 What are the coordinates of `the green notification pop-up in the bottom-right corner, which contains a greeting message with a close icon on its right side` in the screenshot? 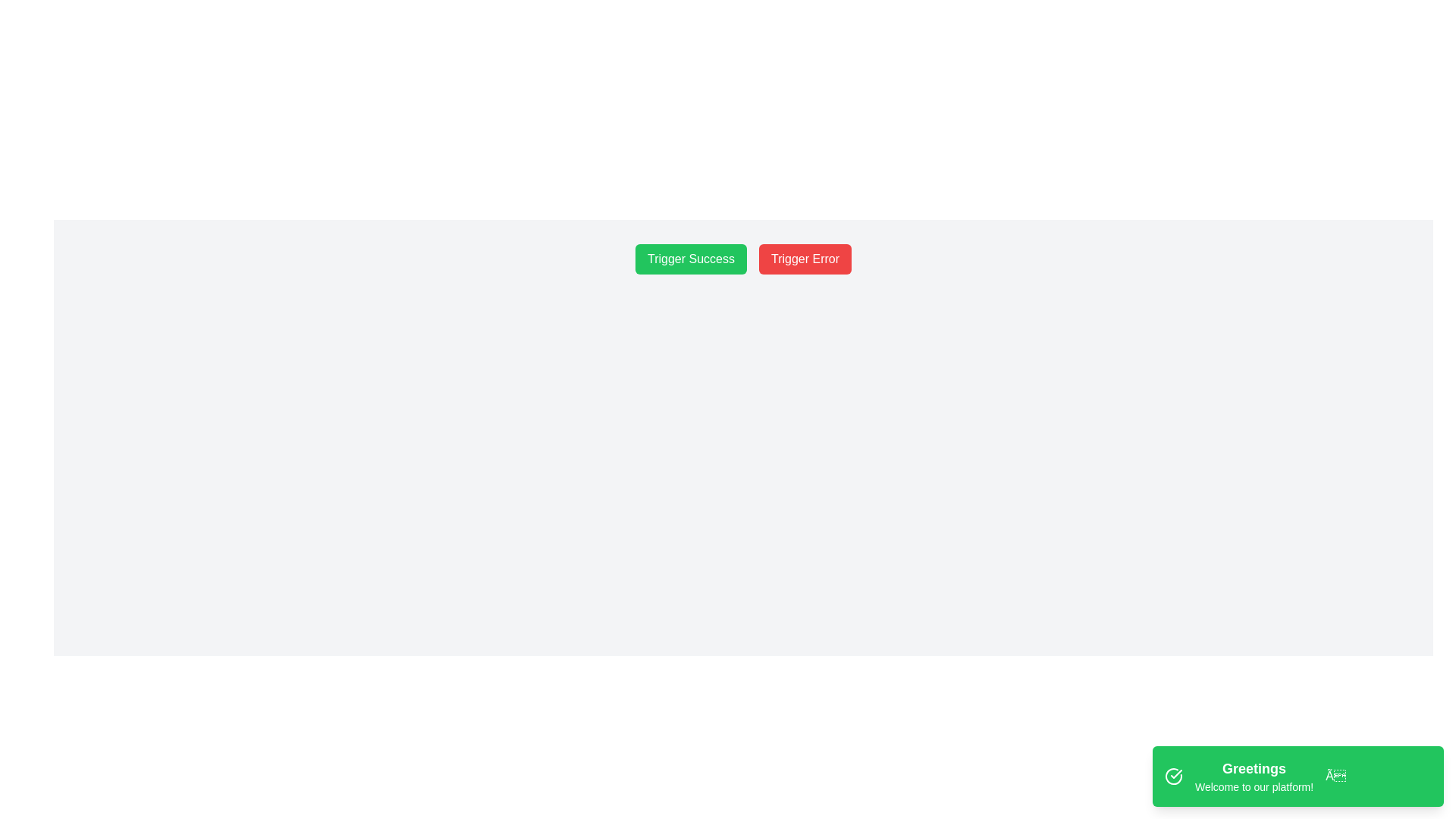 It's located at (1298, 776).